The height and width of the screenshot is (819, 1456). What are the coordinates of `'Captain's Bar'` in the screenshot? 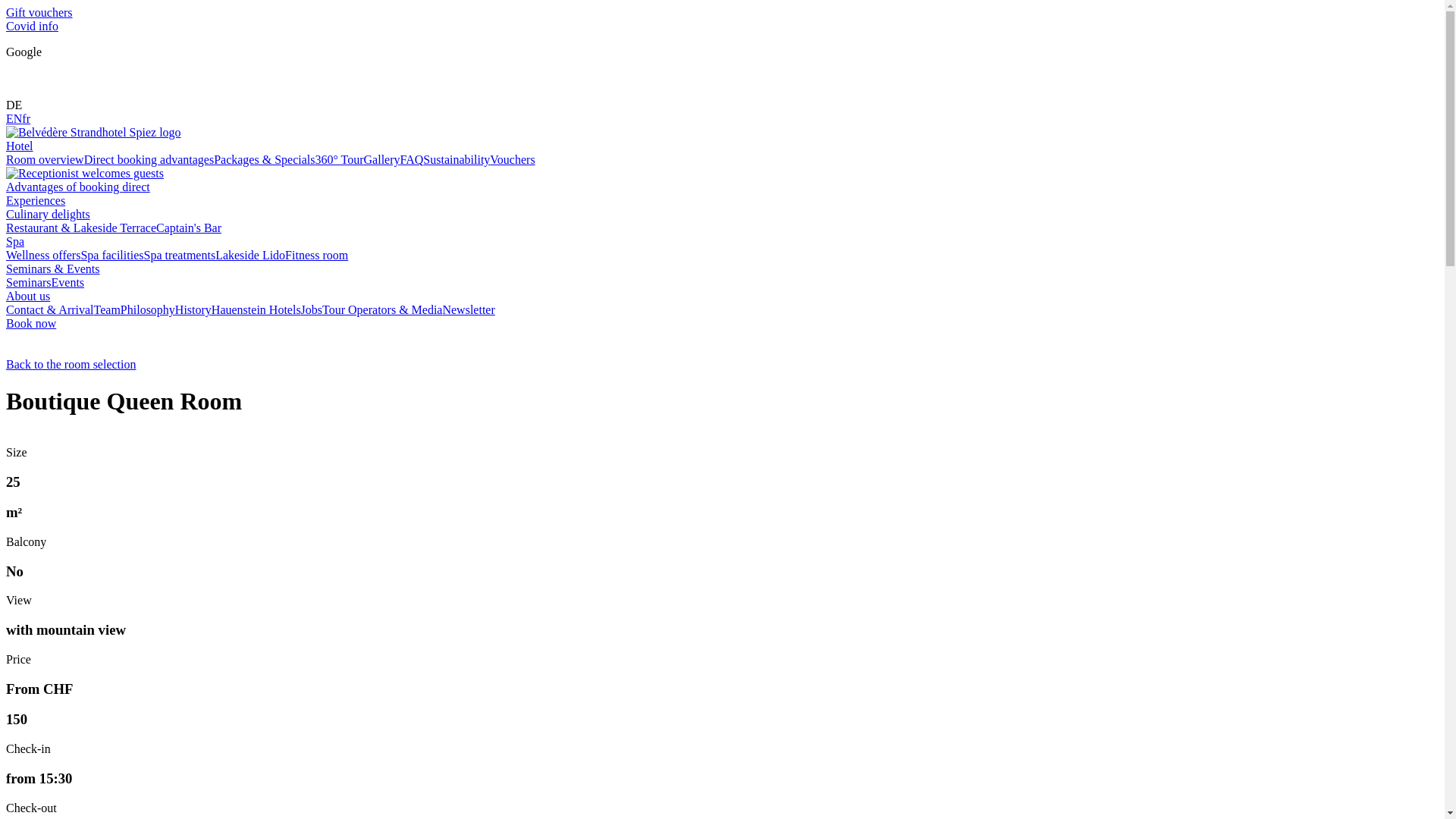 It's located at (156, 227).